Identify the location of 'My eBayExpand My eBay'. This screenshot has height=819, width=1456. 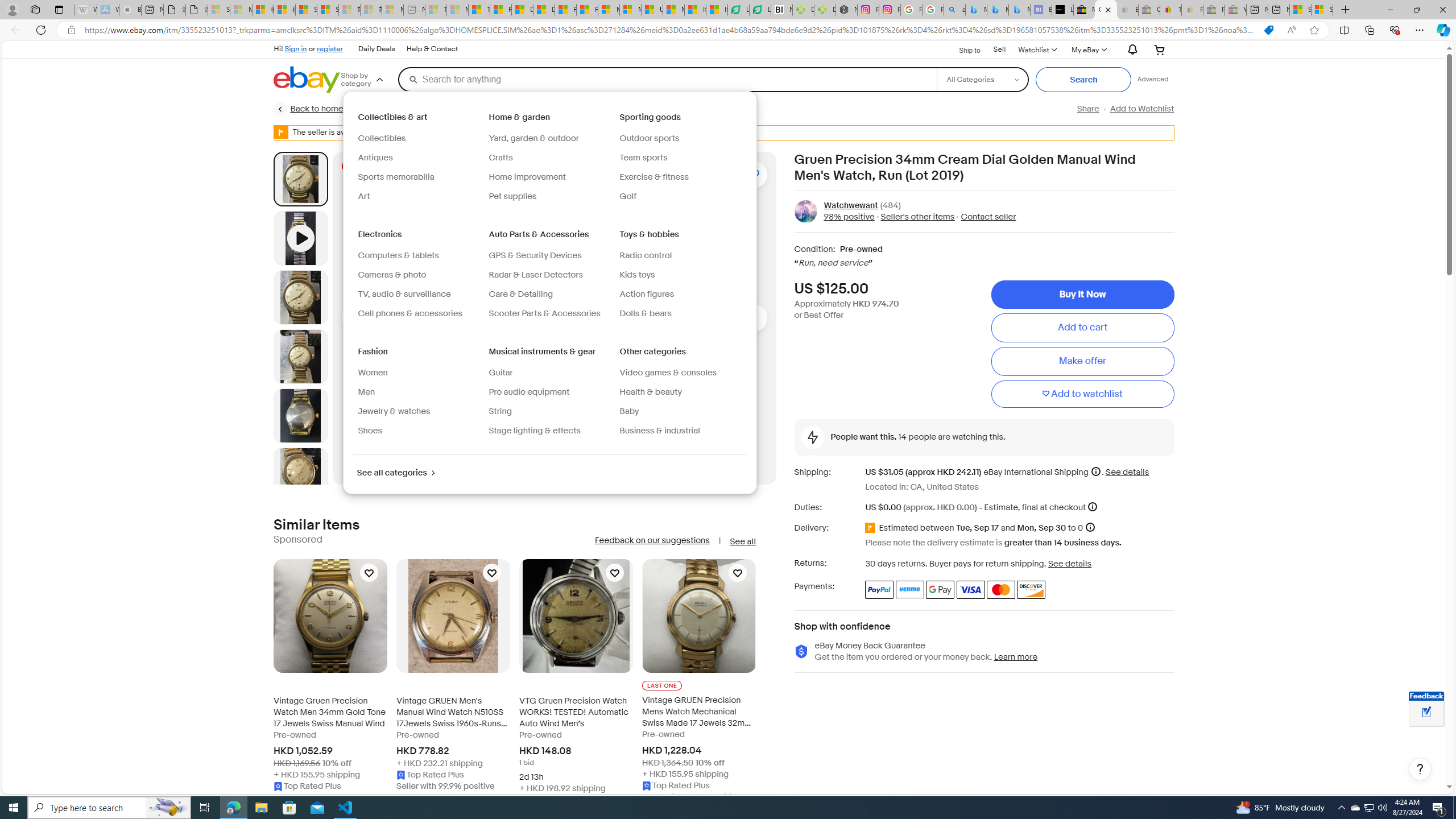
(1087, 49).